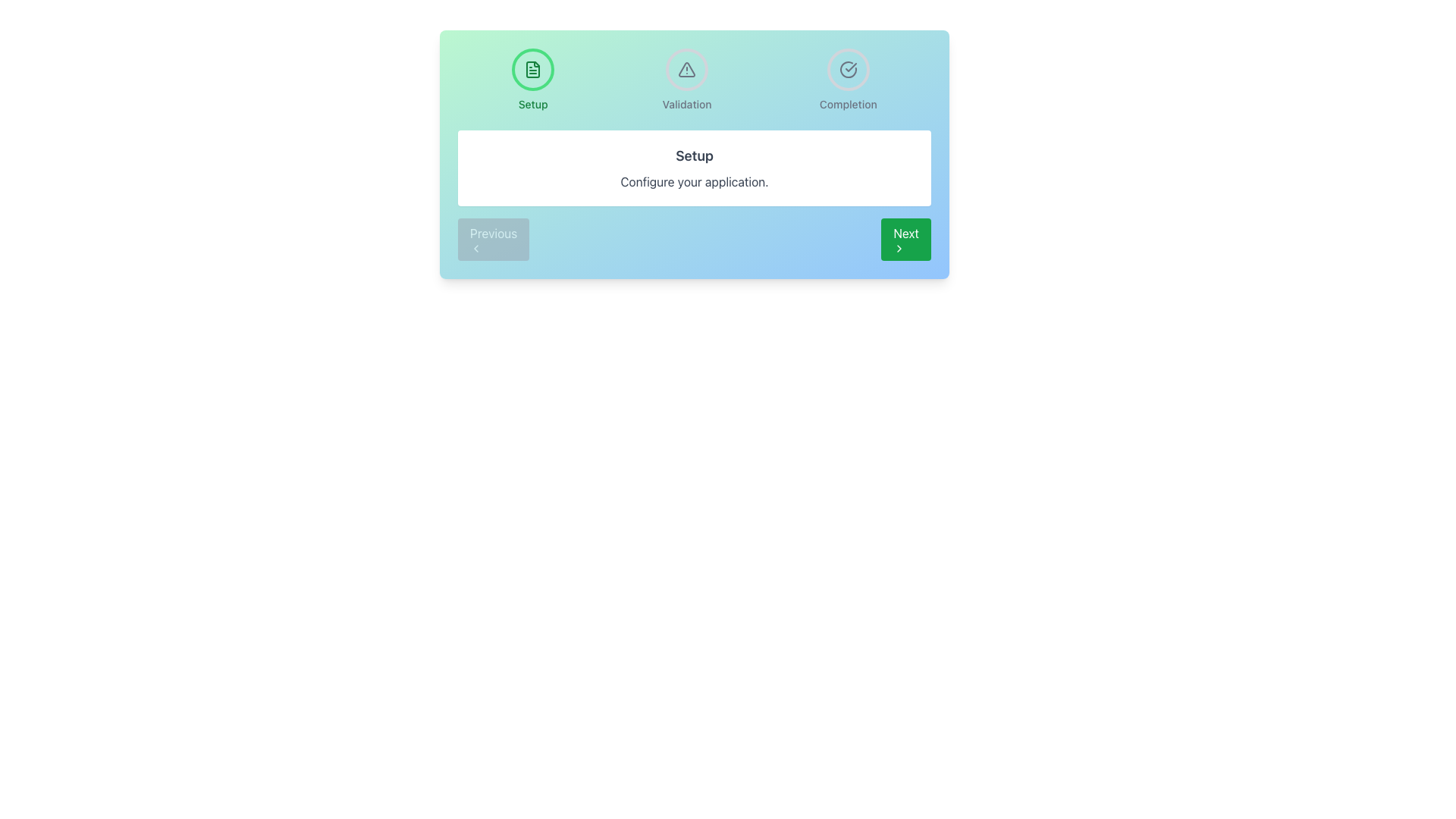  Describe the element at coordinates (686, 70) in the screenshot. I see `the validation step icon, which is the second step indicator in the sequence, visually highlighted to indicate its importance` at that location.